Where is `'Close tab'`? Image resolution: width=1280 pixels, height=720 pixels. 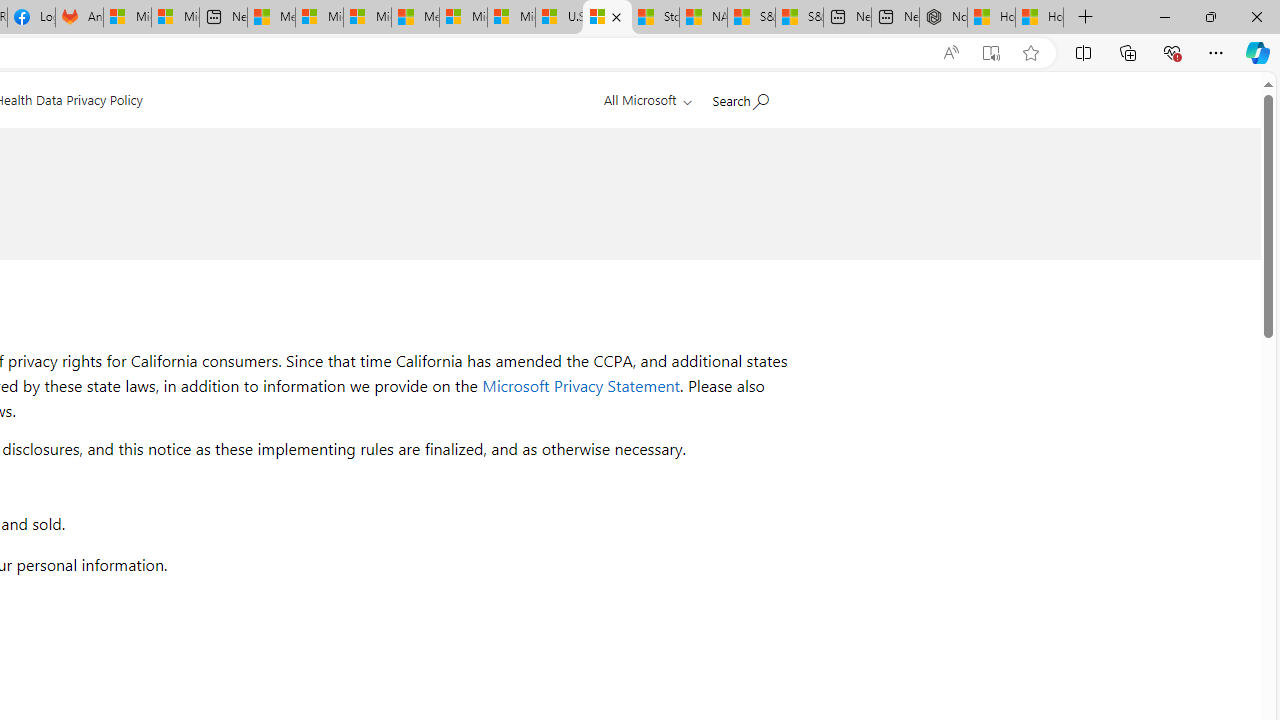
'Close tab' is located at coordinates (615, 17).